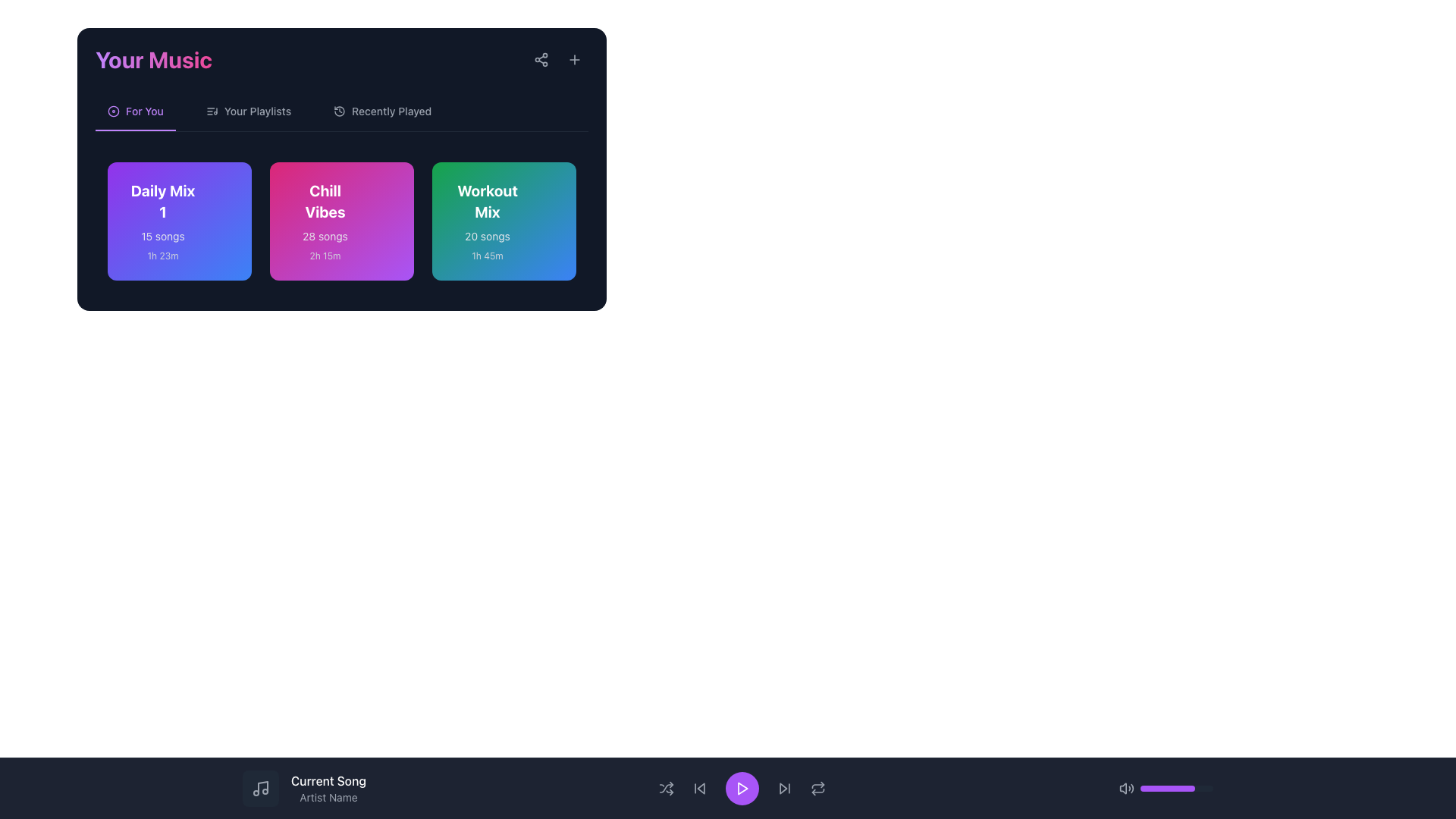  What do you see at coordinates (382, 116) in the screenshot?
I see `the third navigation tab to switch to the 'Recently Played' section` at bounding box center [382, 116].